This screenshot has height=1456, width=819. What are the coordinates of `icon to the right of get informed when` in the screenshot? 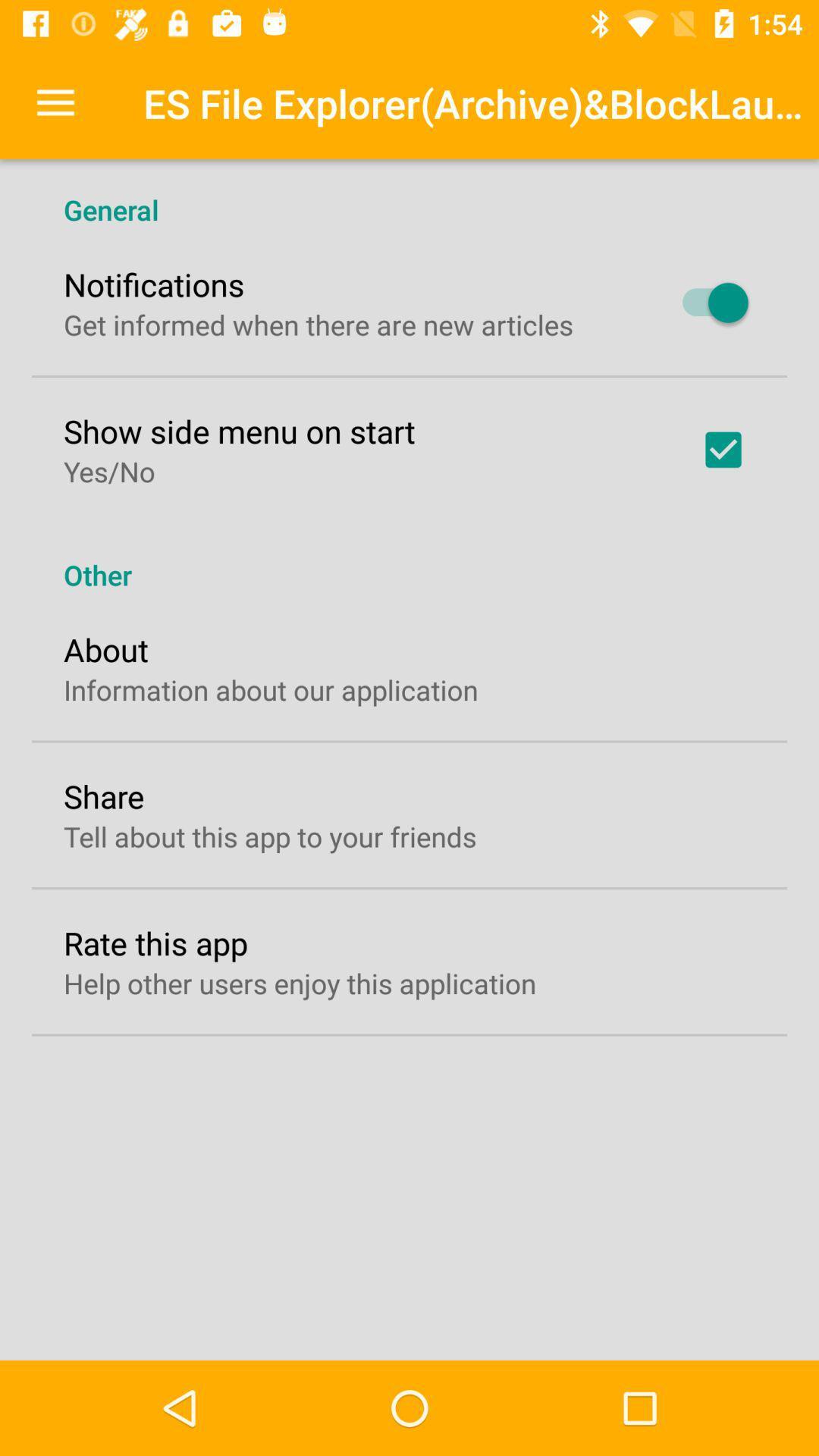 It's located at (708, 303).